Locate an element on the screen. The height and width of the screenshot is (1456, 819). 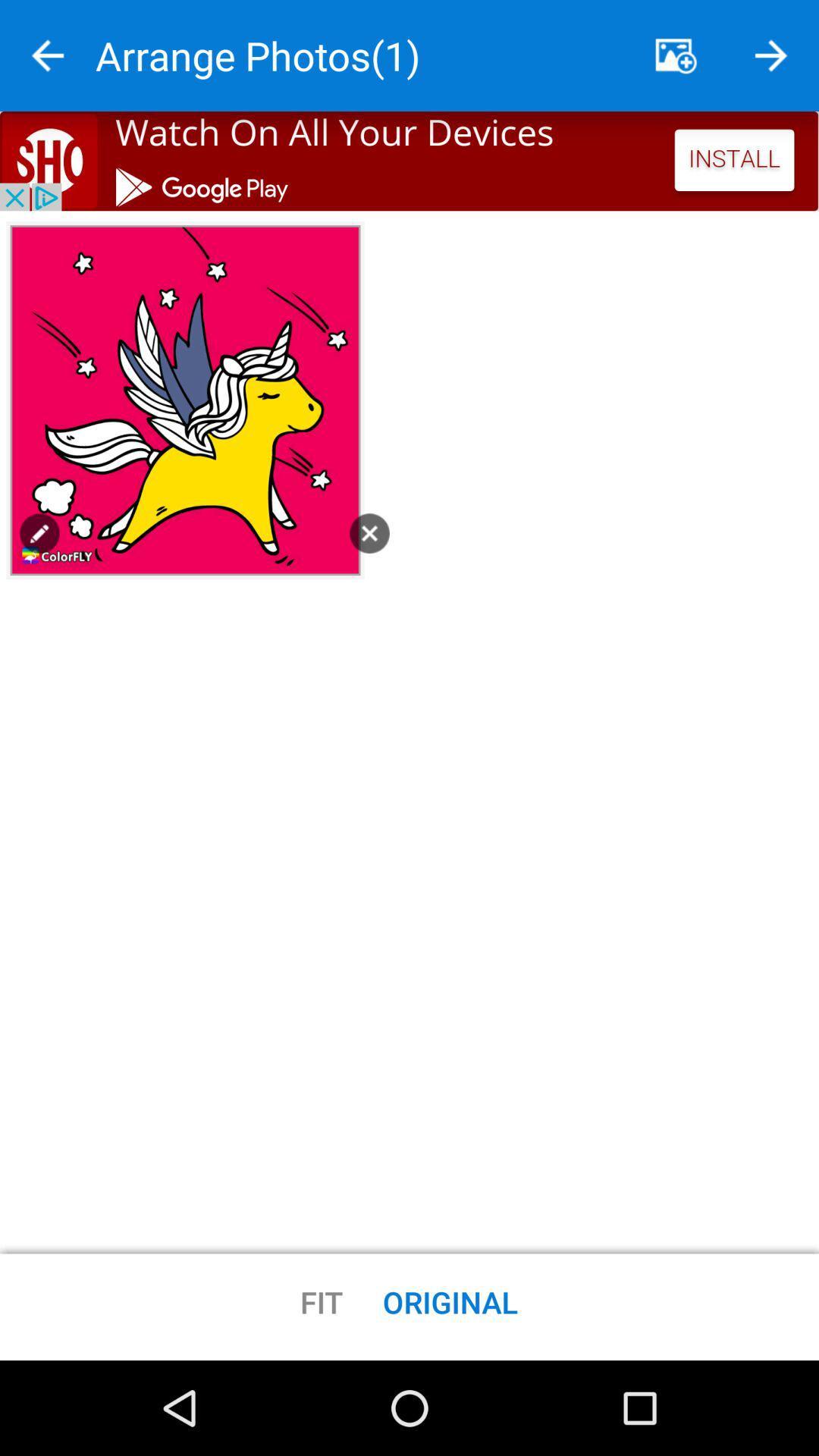
go forward button is located at coordinates (771, 55).